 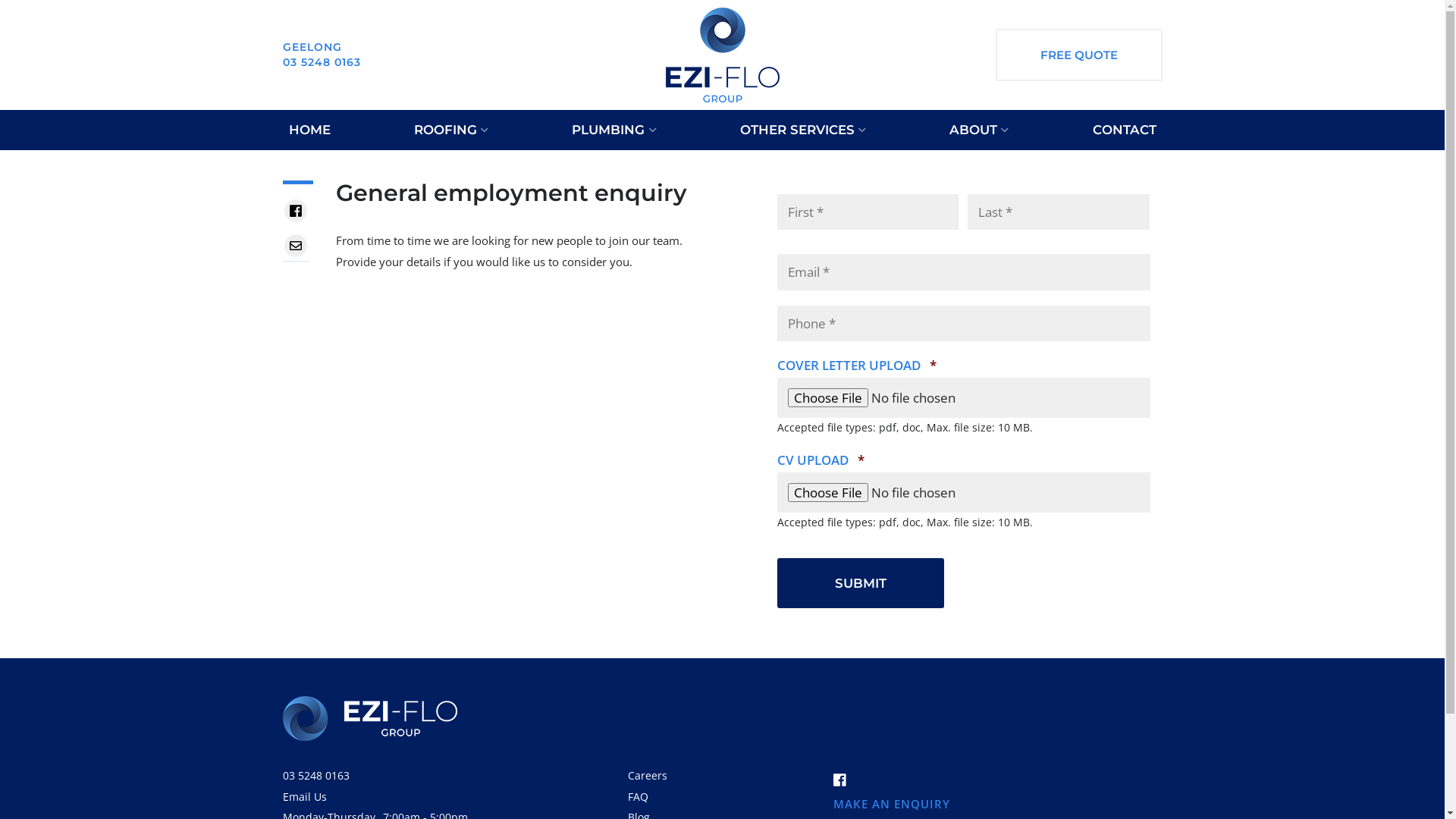 What do you see at coordinates (860, 582) in the screenshot?
I see `'Submit'` at bounding box center [860, 582].